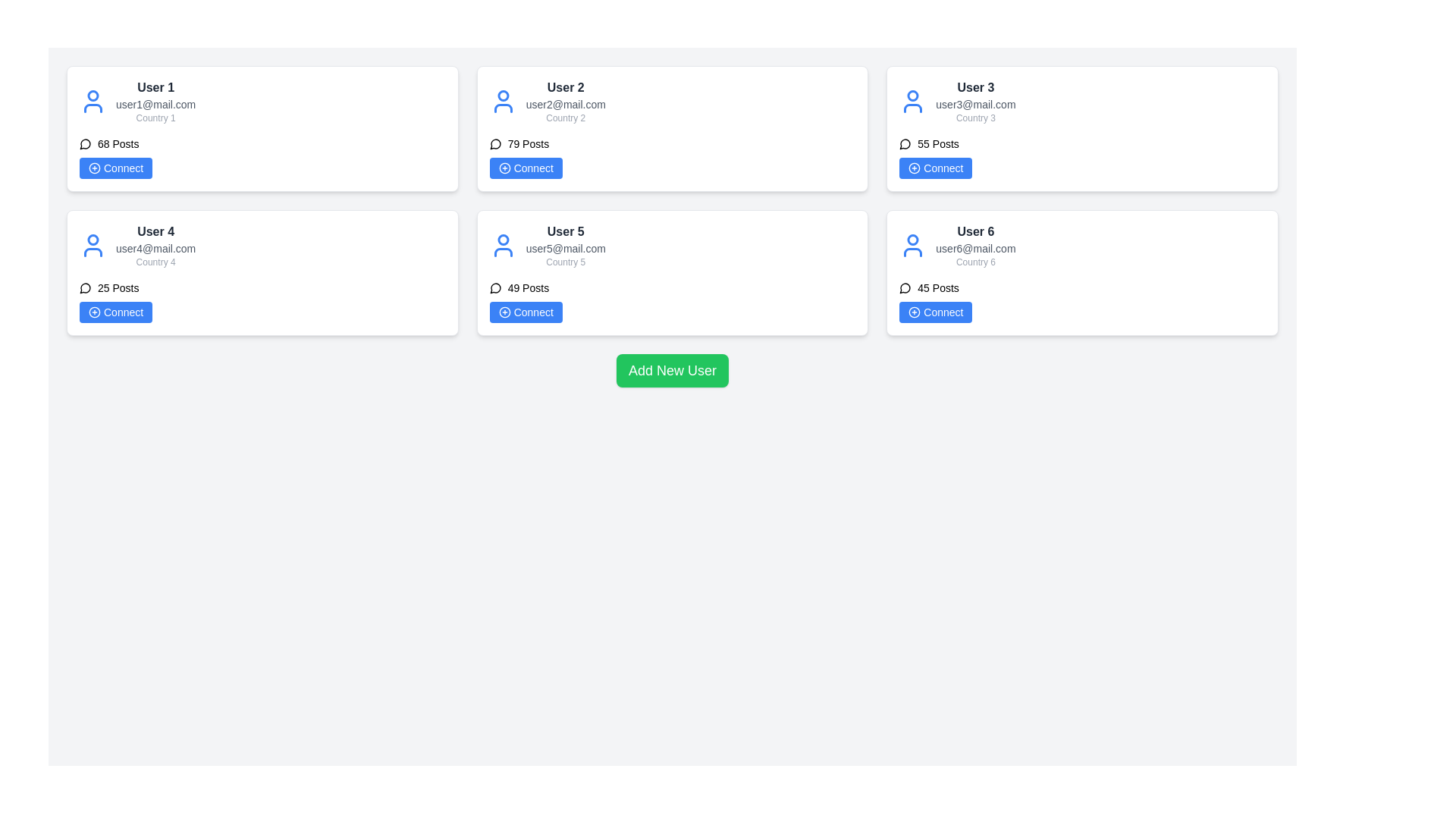  Describe the element at coordinates (504, 312) in the screenshot. I see `circular SVG icon element located in the middle of User 5's card, which is styled with a clear outline and inherits its color from the context, by right-clicking on it` at that location.